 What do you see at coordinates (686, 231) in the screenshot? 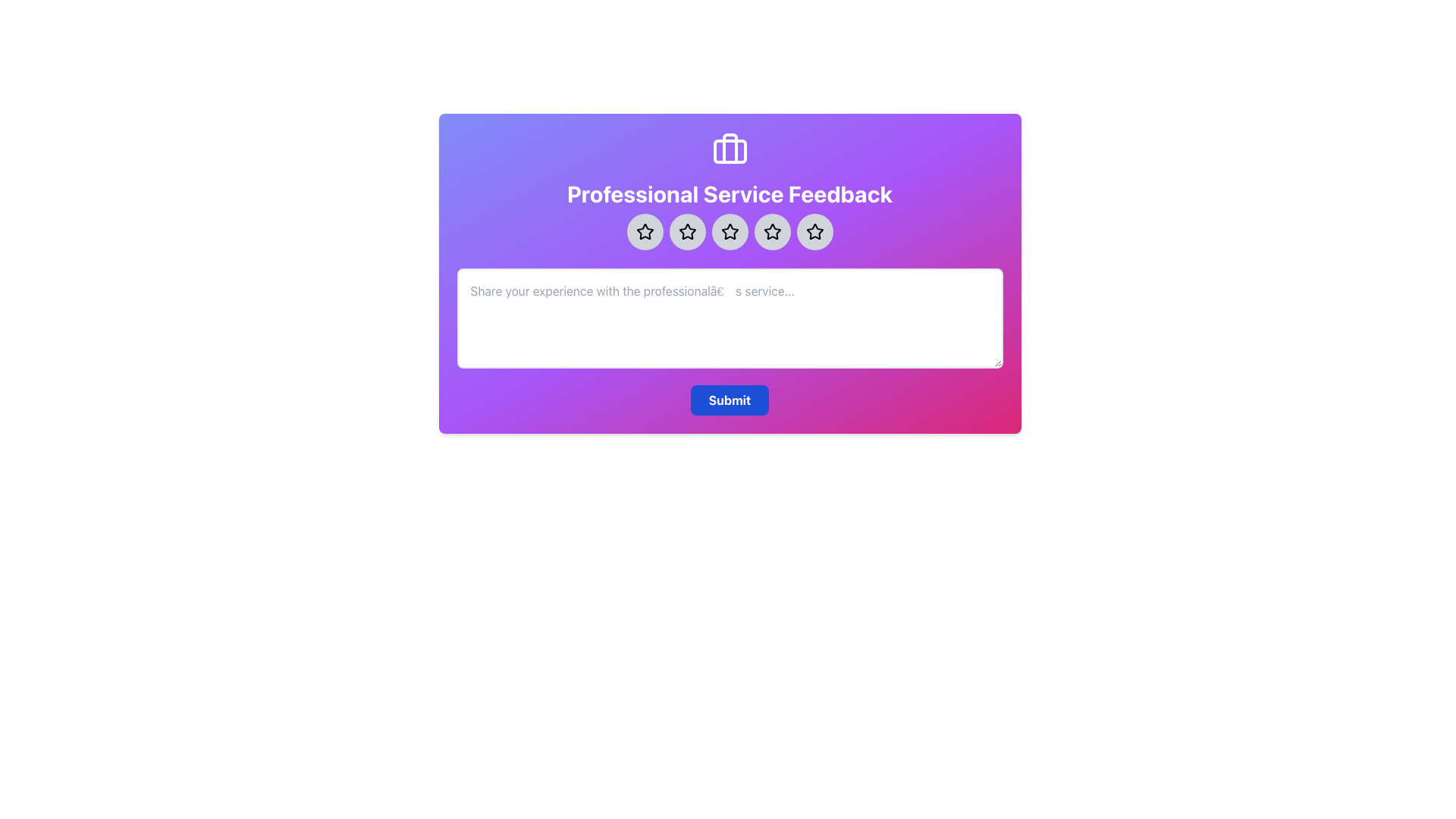
I see `the filled star-shaped icon, which is the second icon from the left in a group of five star icons for rating purposes` at bounding box center [686, 231].